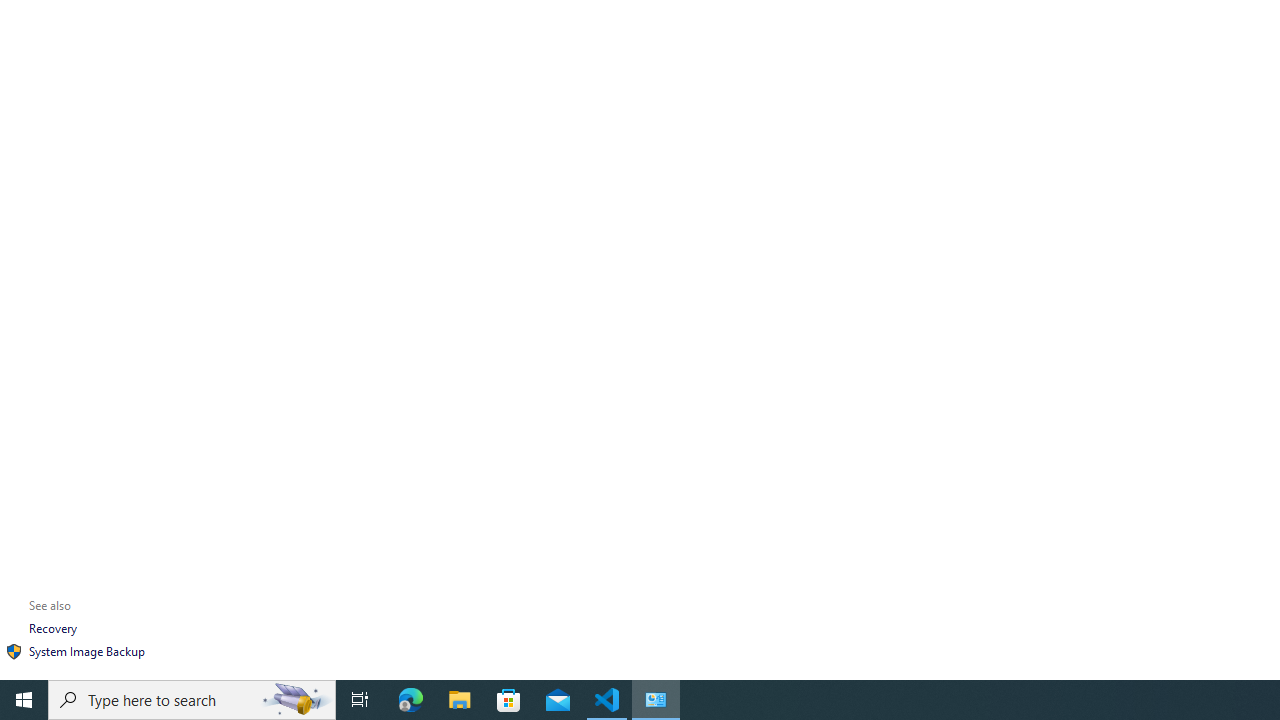 The width and height of the screenshot is (1280, 720). Describe the element at coordinates (656, 698) in the screenshot. I see `'Control Panel - 1 running window'` at that location.